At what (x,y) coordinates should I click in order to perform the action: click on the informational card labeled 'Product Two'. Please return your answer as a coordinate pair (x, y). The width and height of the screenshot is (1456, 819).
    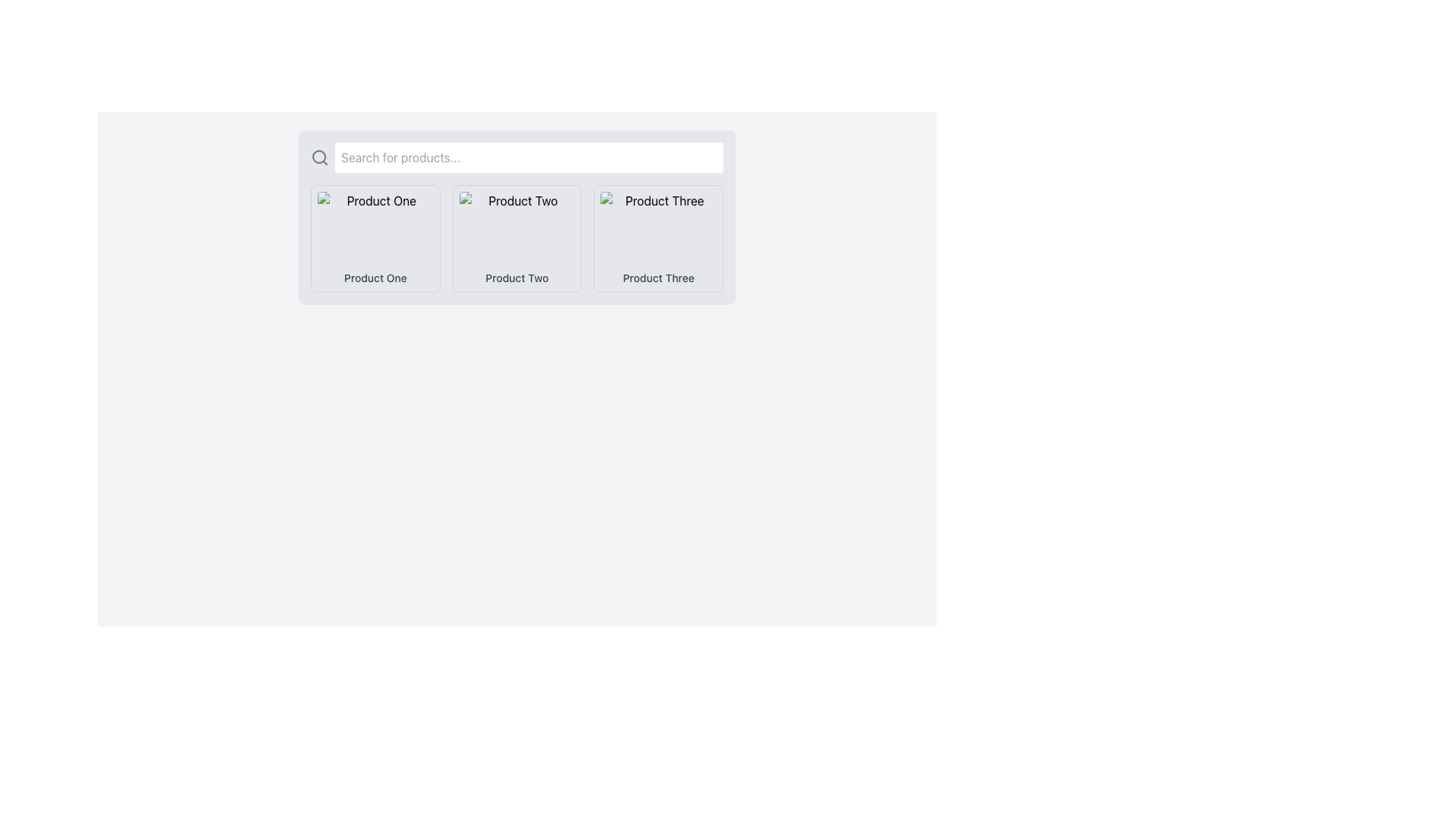
    Looking at the image, I should click on (516, 239).